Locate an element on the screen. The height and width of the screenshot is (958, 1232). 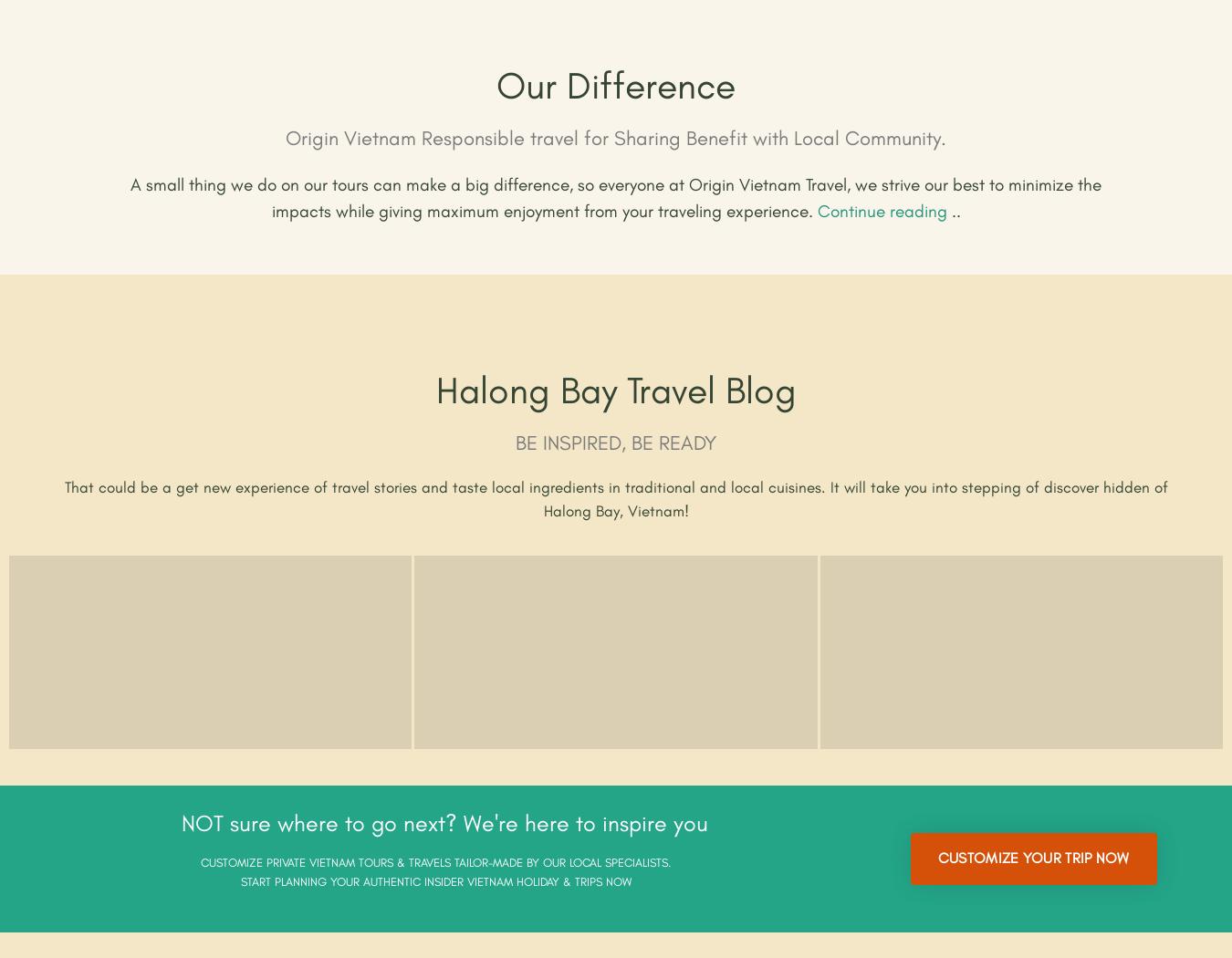
'Start planning your authentic insider Vietnam holiday & trips now' is located at coordinates (433, 880).